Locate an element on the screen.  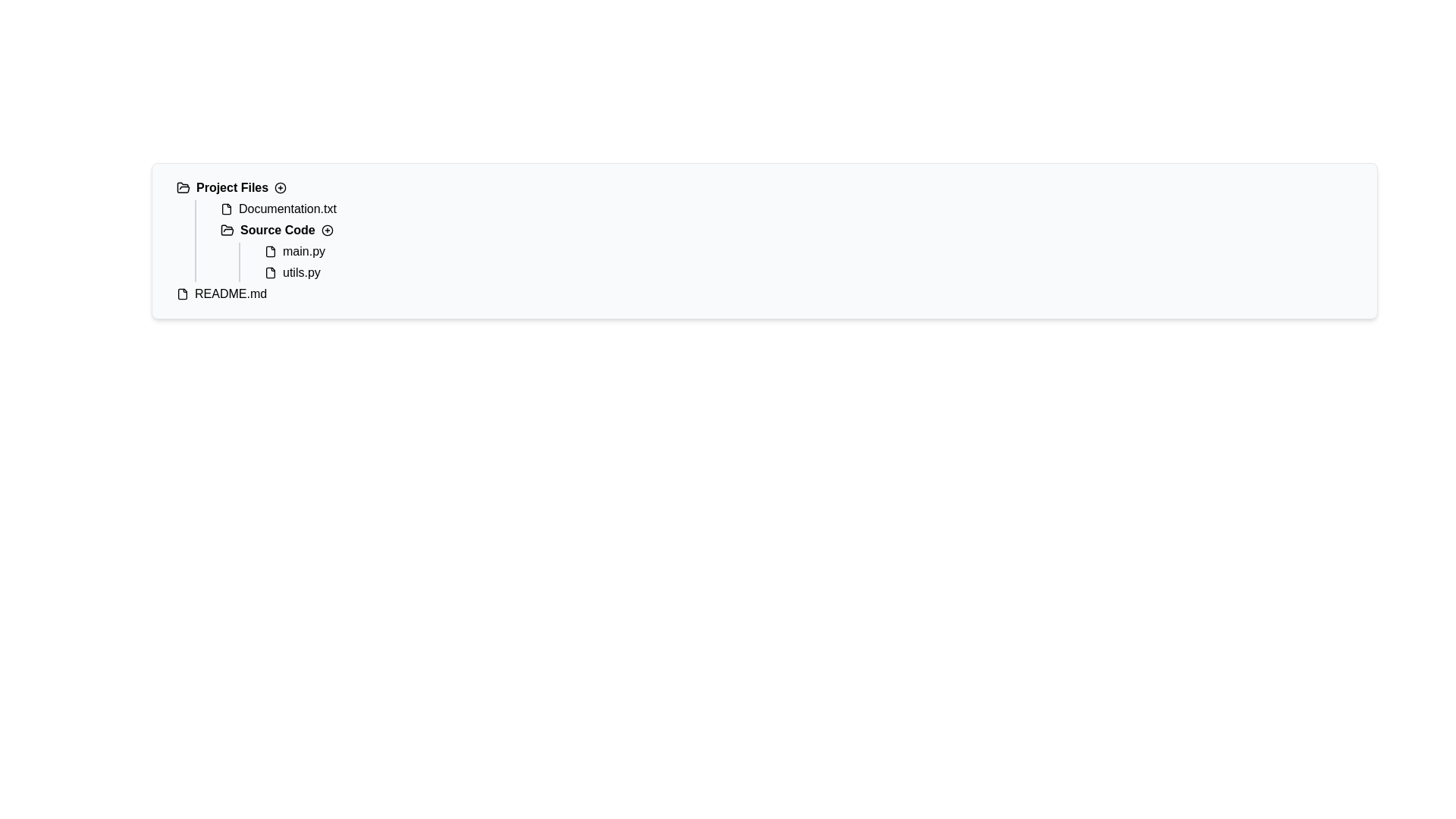
the SVG Icon located at the start of the row containing 'Project Files', which serves as a visual indicator for accessing project-related files is located at coordinates (182, 187).